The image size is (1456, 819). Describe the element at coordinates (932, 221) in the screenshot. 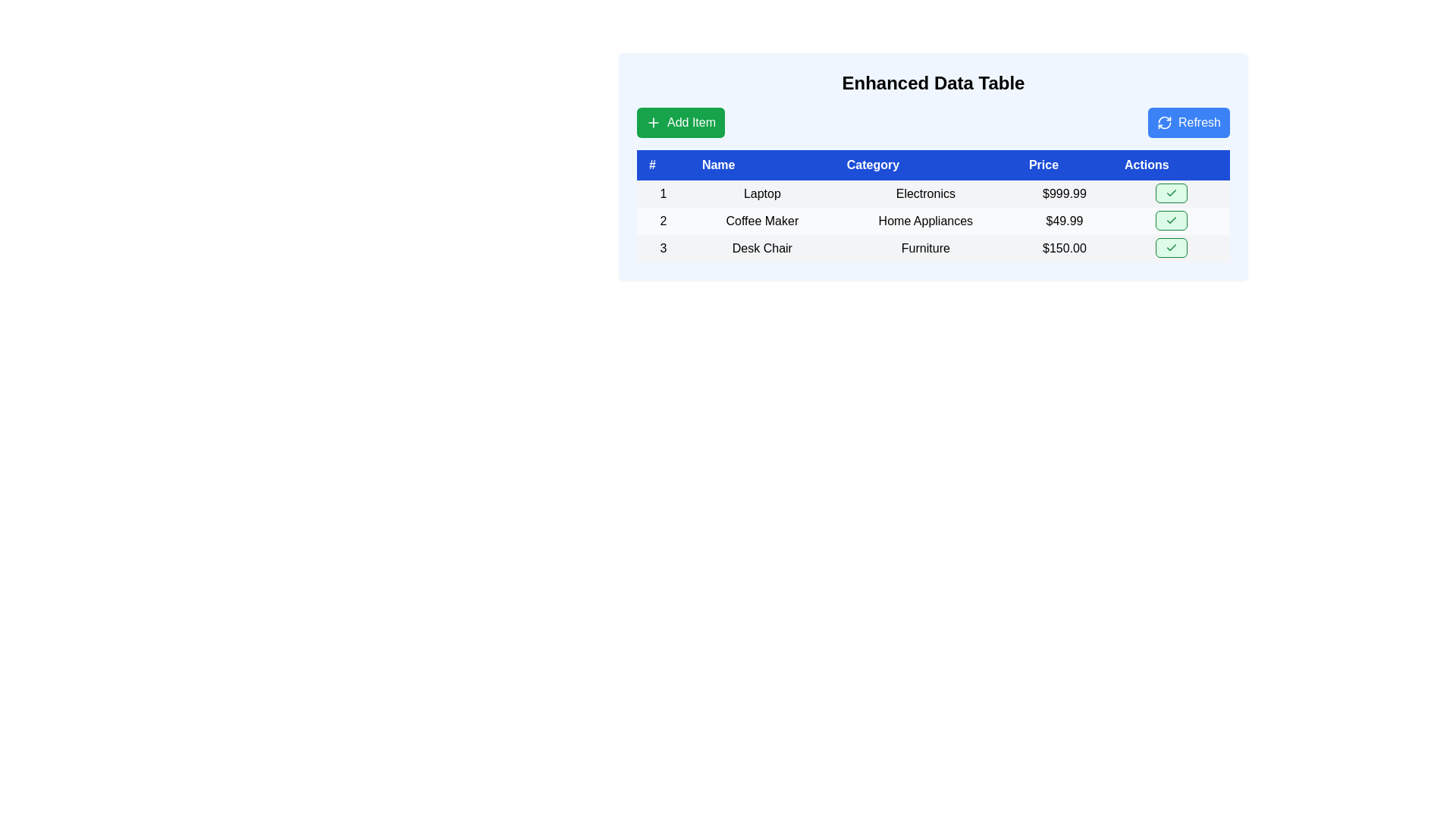

I see `text content of the second row in the table which includes the item 'Coffee Maker', its category 'Home Appliances', and its price '$49.99'` at that location.